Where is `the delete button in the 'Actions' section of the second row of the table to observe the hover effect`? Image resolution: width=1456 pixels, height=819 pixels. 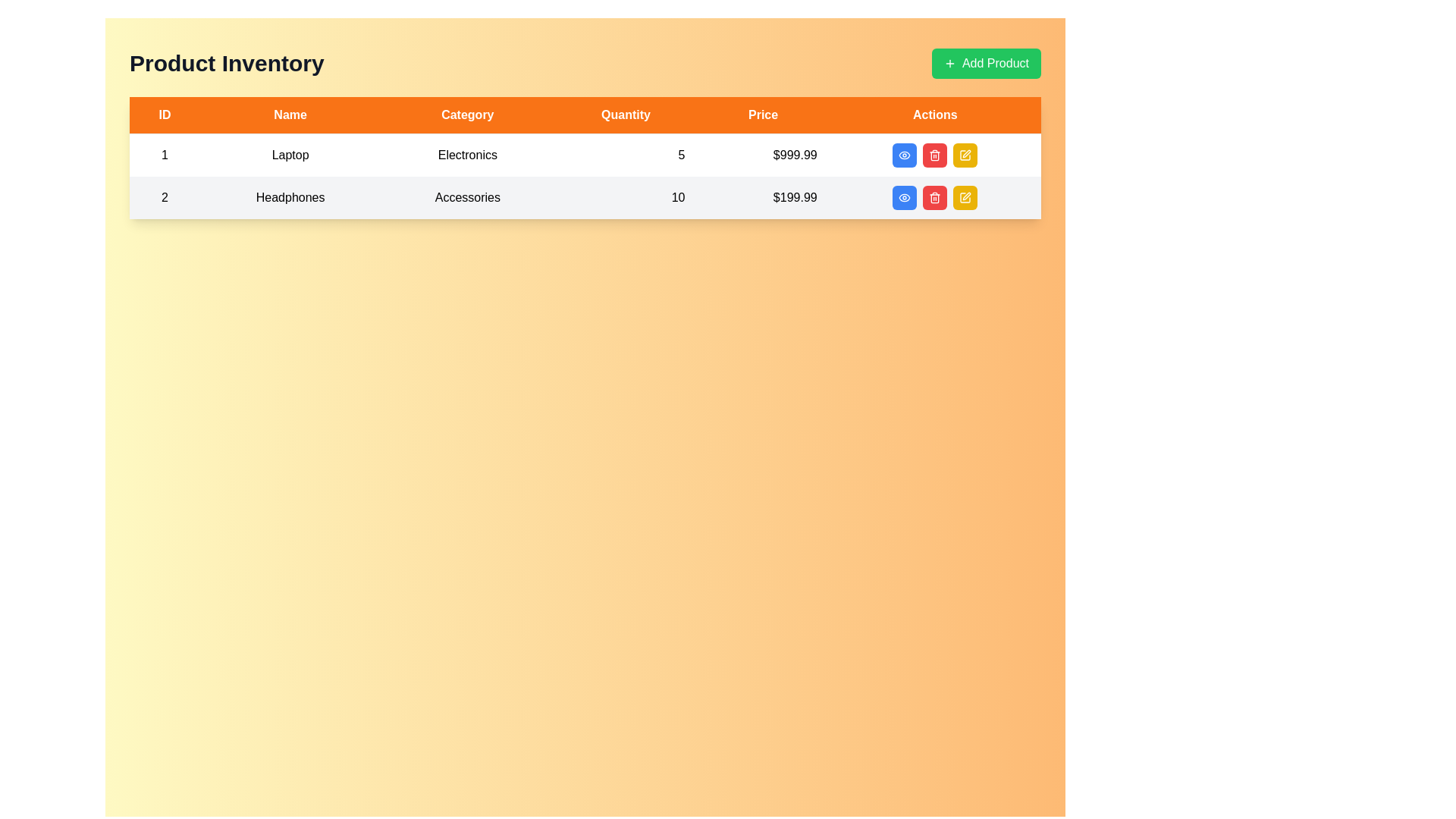
the delete button in the 'Actions' section of the second row of the table to observe the hover effect is located at coordinates (934, 155).